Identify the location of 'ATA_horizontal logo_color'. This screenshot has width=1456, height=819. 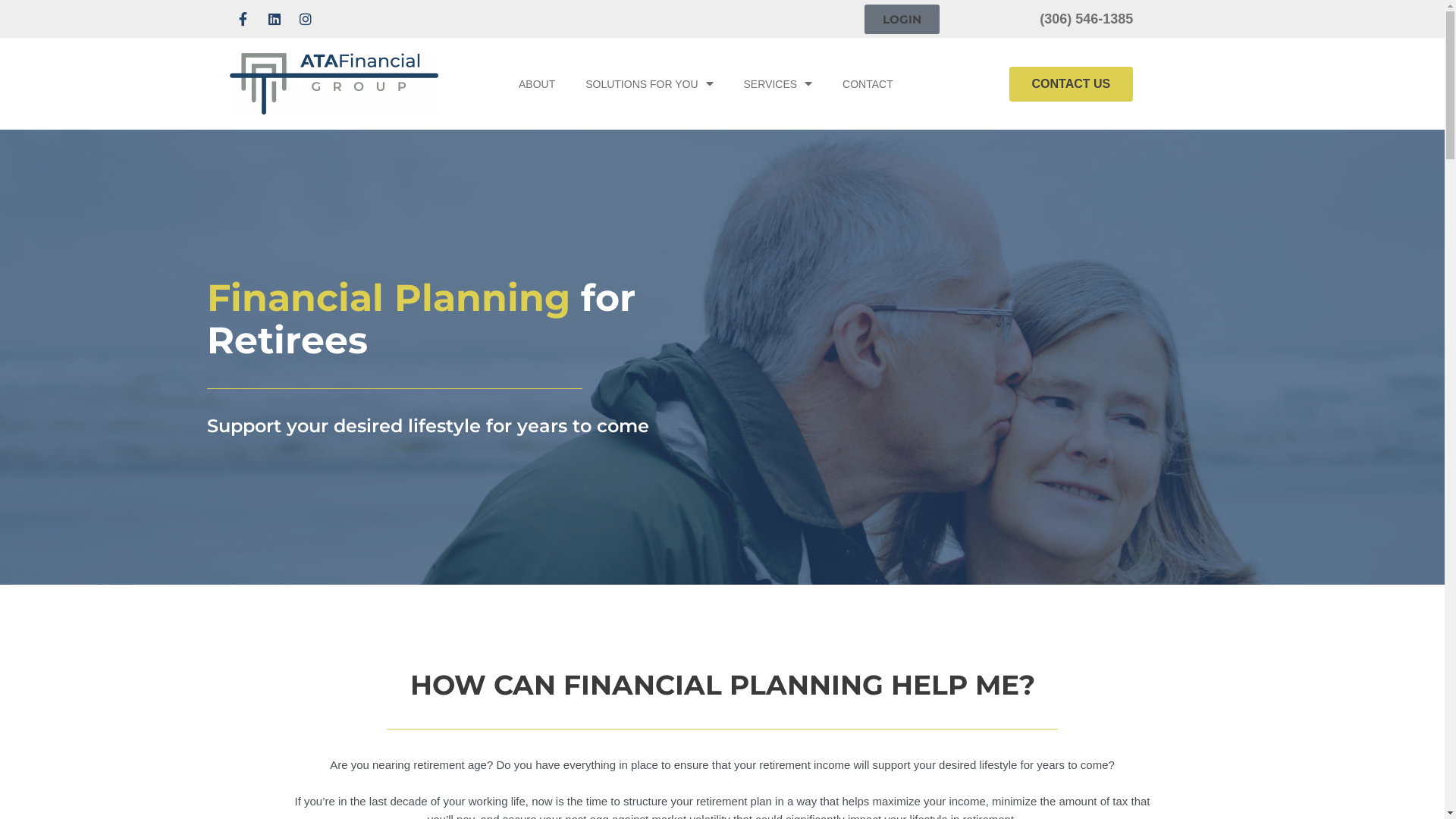
(332, 83).